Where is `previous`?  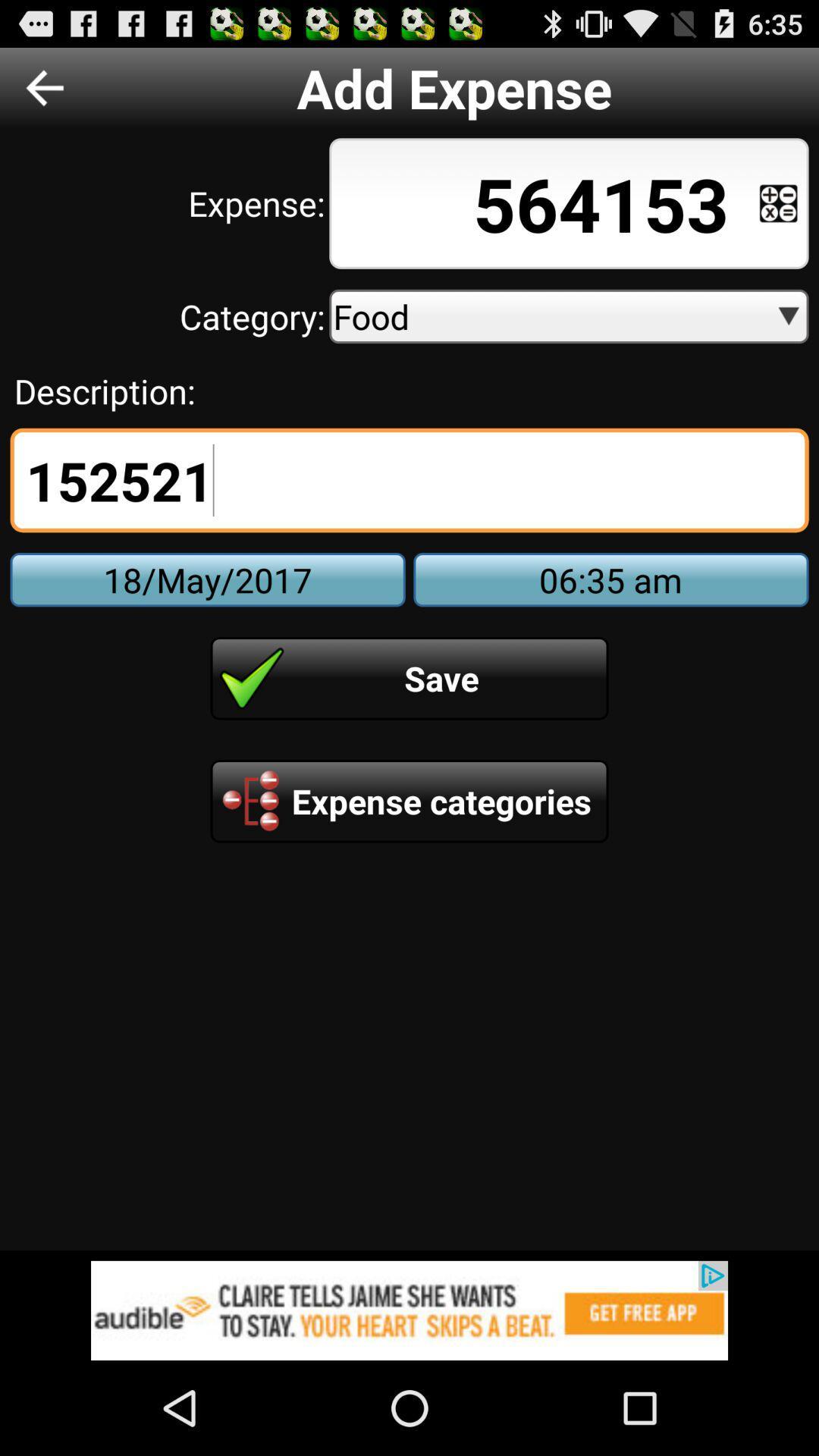 previous is located at coordinates (44, 86).